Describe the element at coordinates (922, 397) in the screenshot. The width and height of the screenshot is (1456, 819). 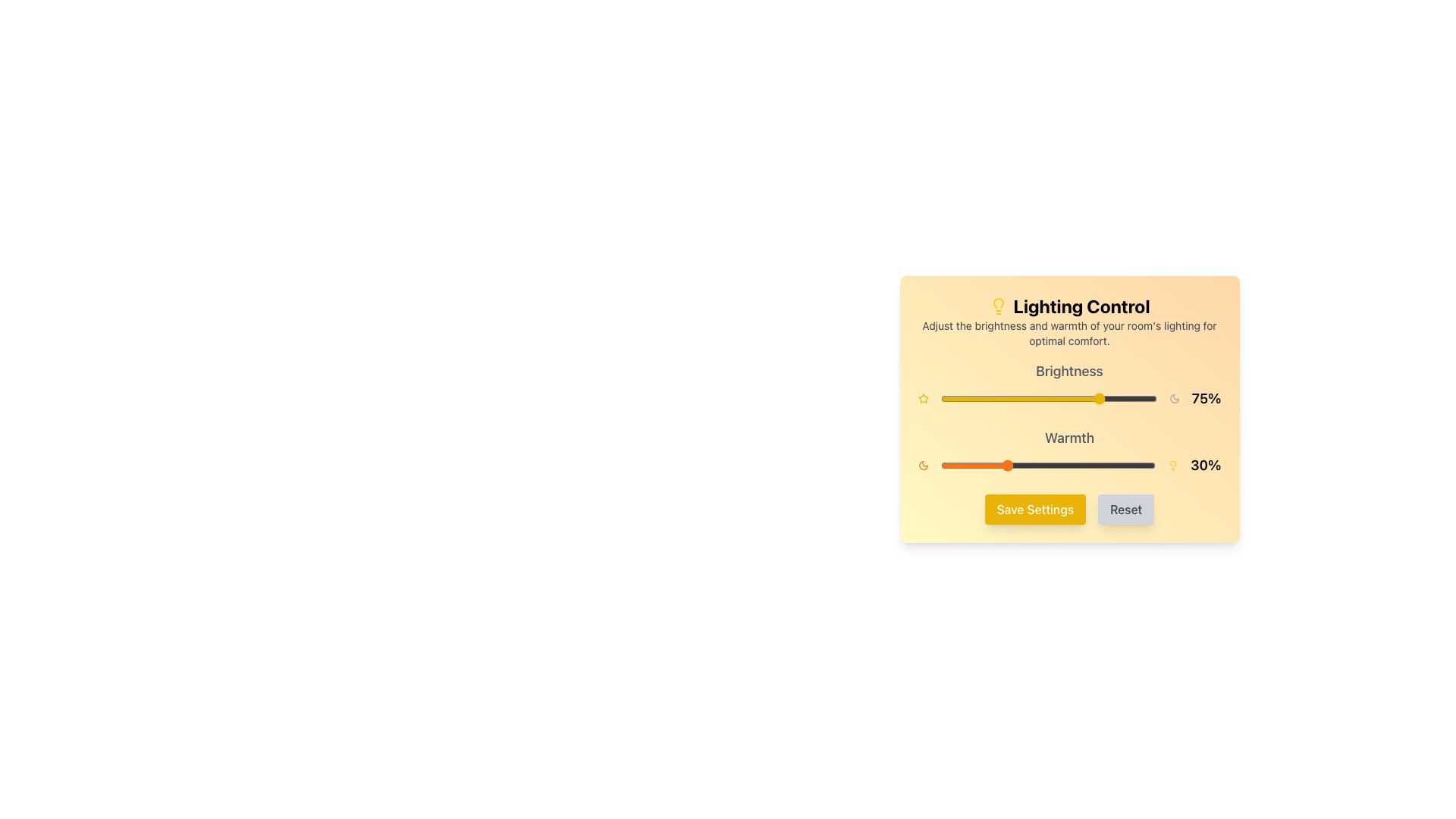
I see `the star icon located near the top right above the slidable control for 'Brightness', adjacent to the percentage indicator of the brightness level` at that location.